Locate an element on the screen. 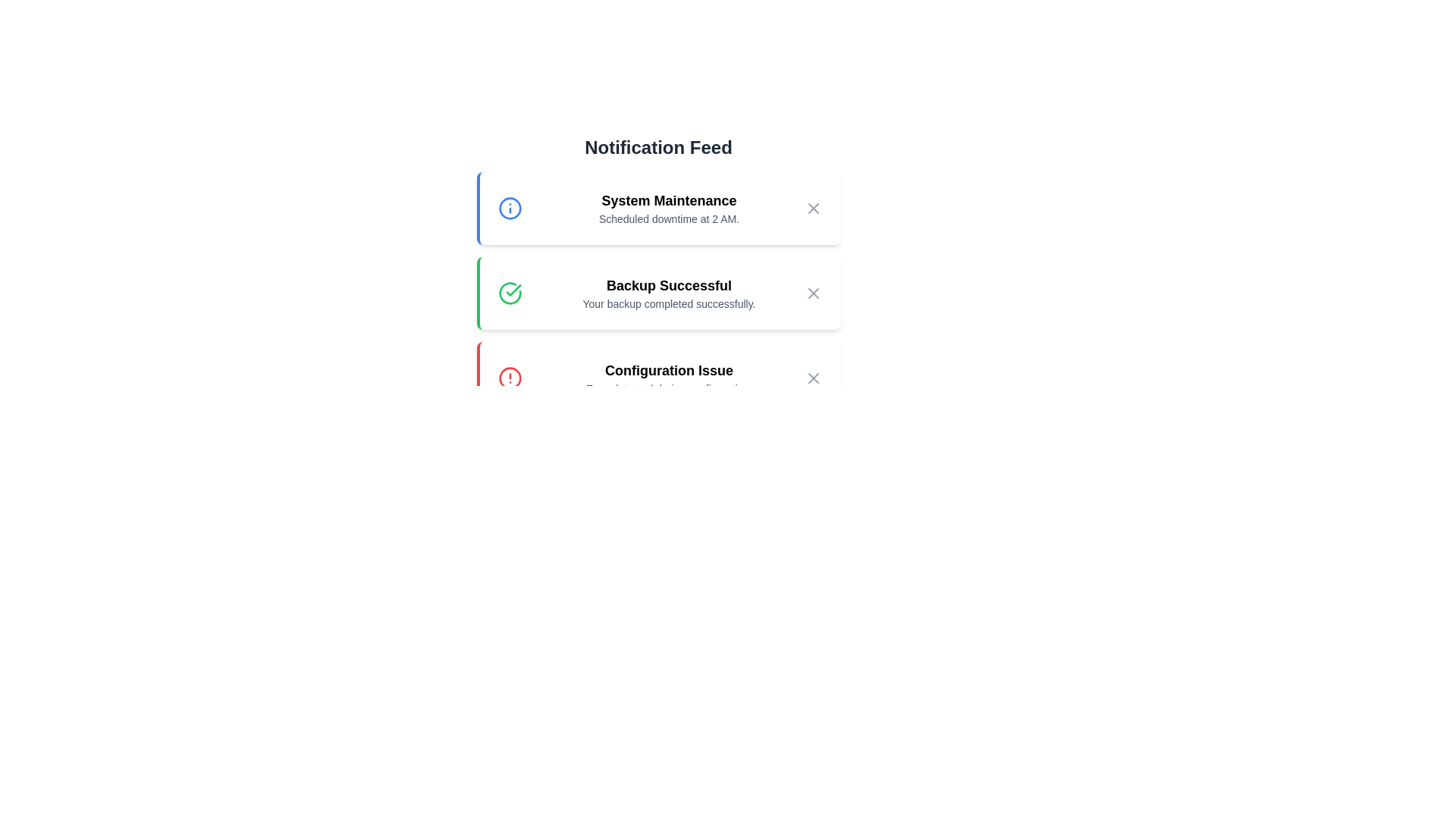  close button of the notification with title Configuration Issue is located at coordinates (812, 377).